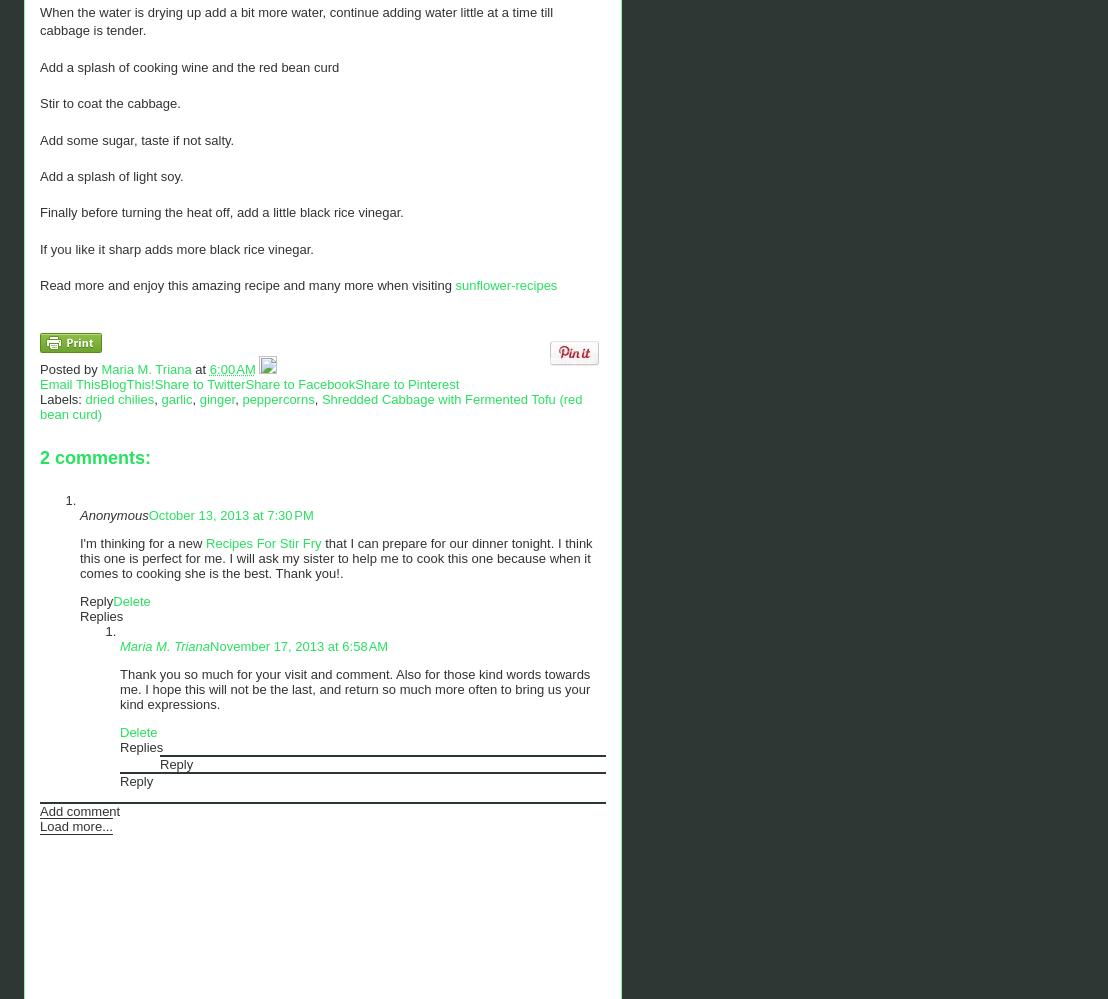 The height and width of the screenshot is (999, 1108). Describe the element at coordinates (39, 368) in the screenshot. I see `'Posted by'` at that location.